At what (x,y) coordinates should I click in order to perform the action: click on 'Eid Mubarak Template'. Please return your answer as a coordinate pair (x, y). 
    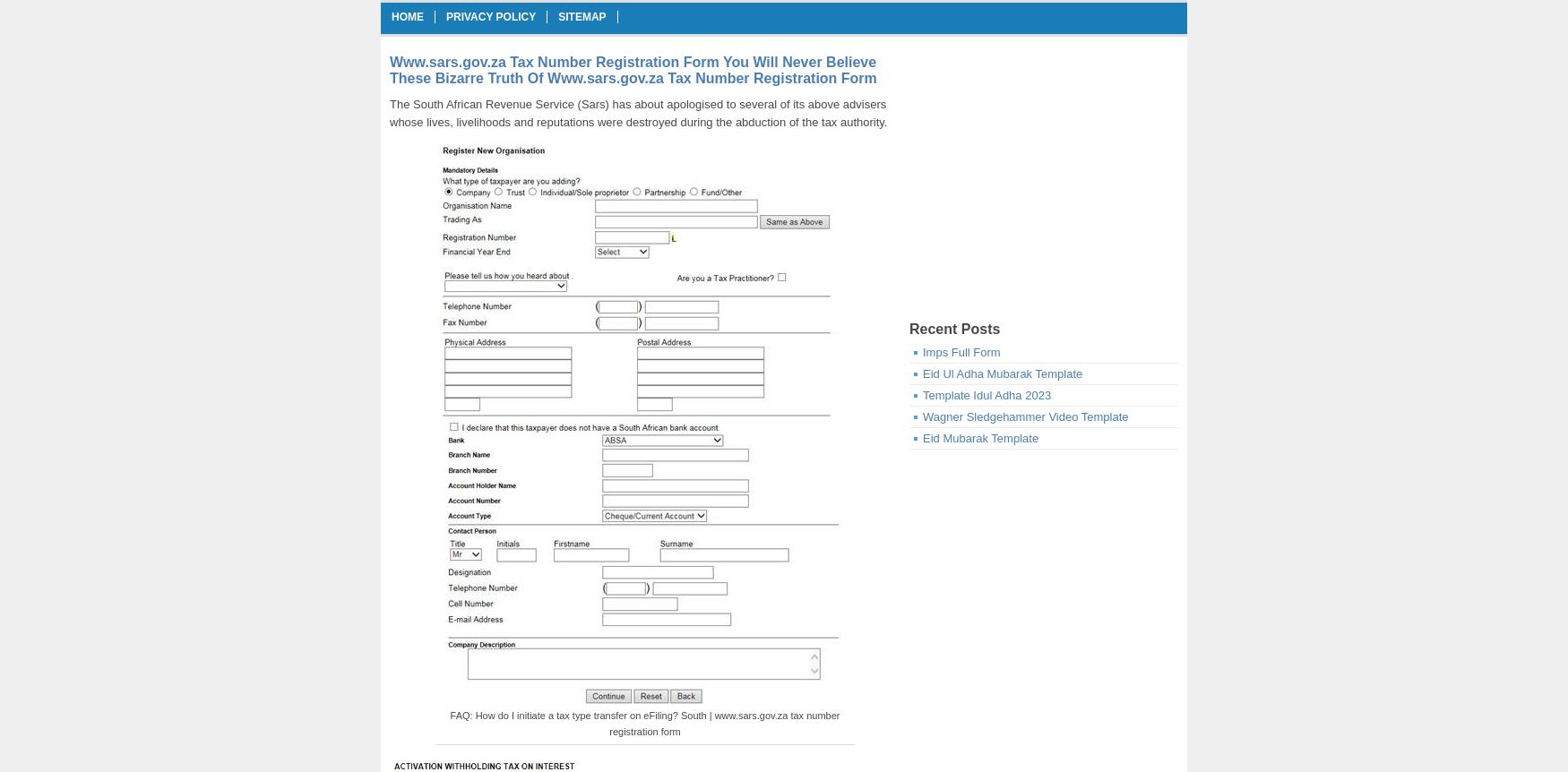
    Looking at the image, I should click on (980, 438).